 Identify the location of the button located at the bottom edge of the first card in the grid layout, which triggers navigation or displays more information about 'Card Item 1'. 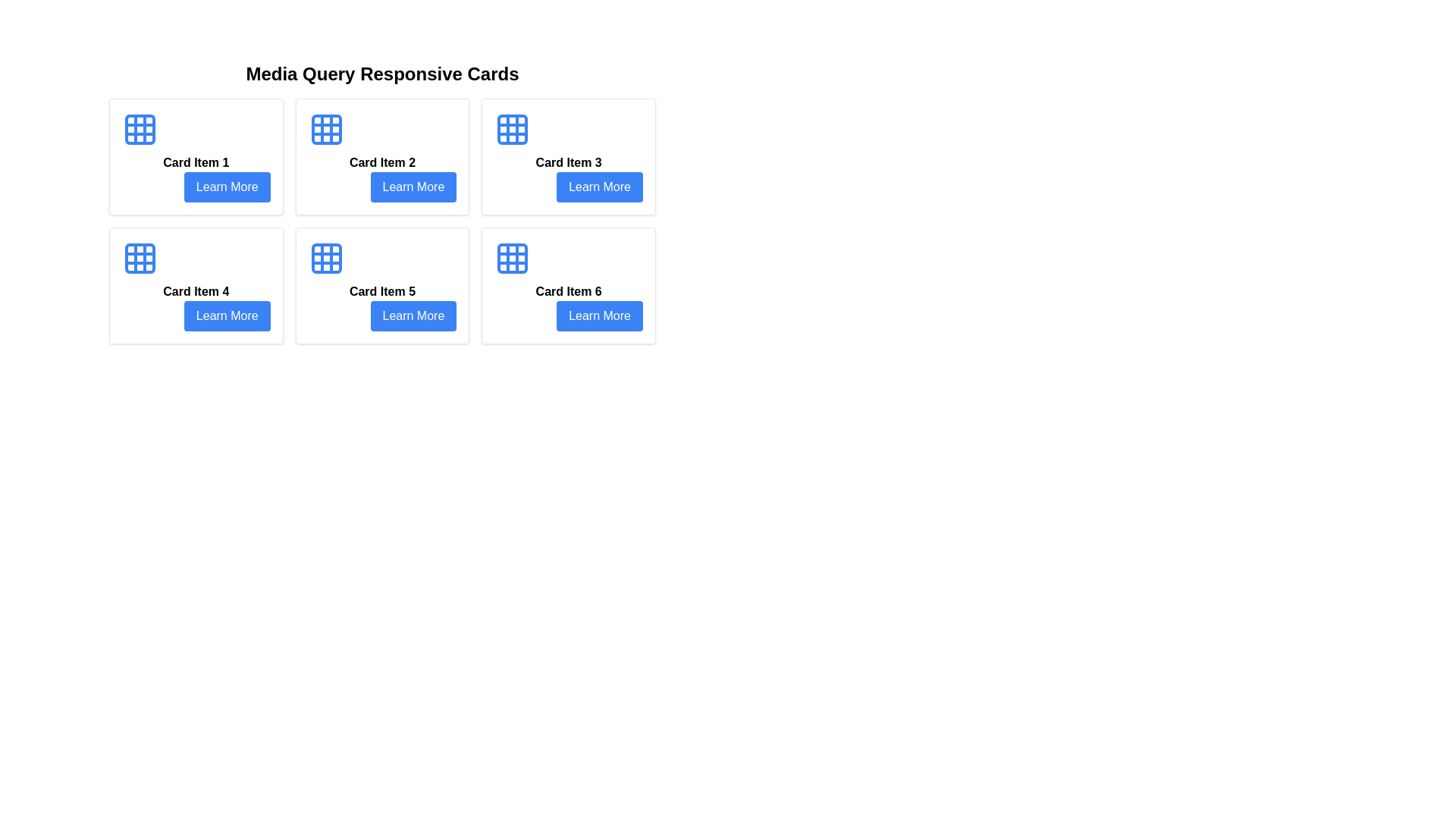
(226, 186).